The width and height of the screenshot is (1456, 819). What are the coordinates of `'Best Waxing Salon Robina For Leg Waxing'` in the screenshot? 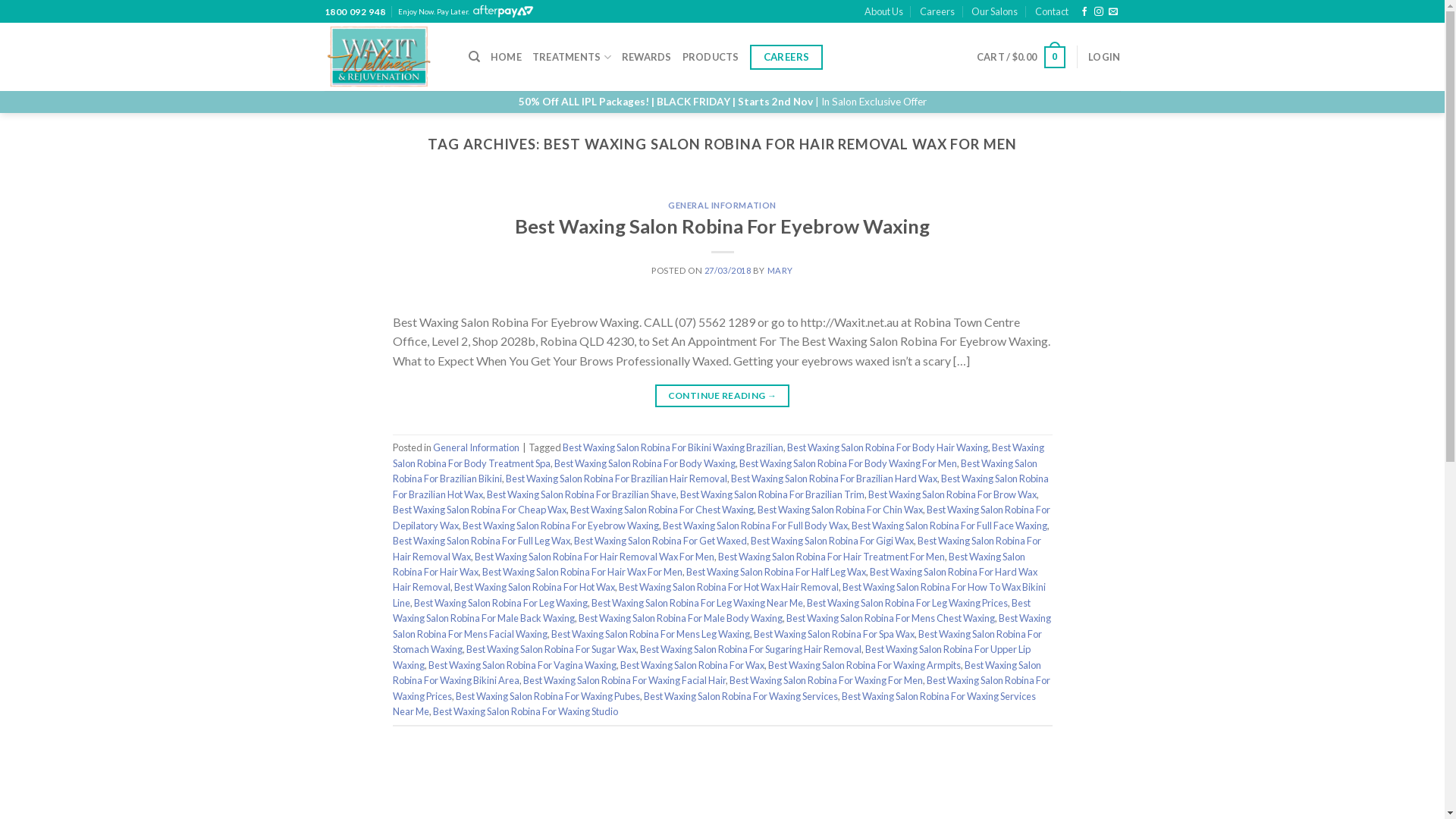 It's located at (500, 601).